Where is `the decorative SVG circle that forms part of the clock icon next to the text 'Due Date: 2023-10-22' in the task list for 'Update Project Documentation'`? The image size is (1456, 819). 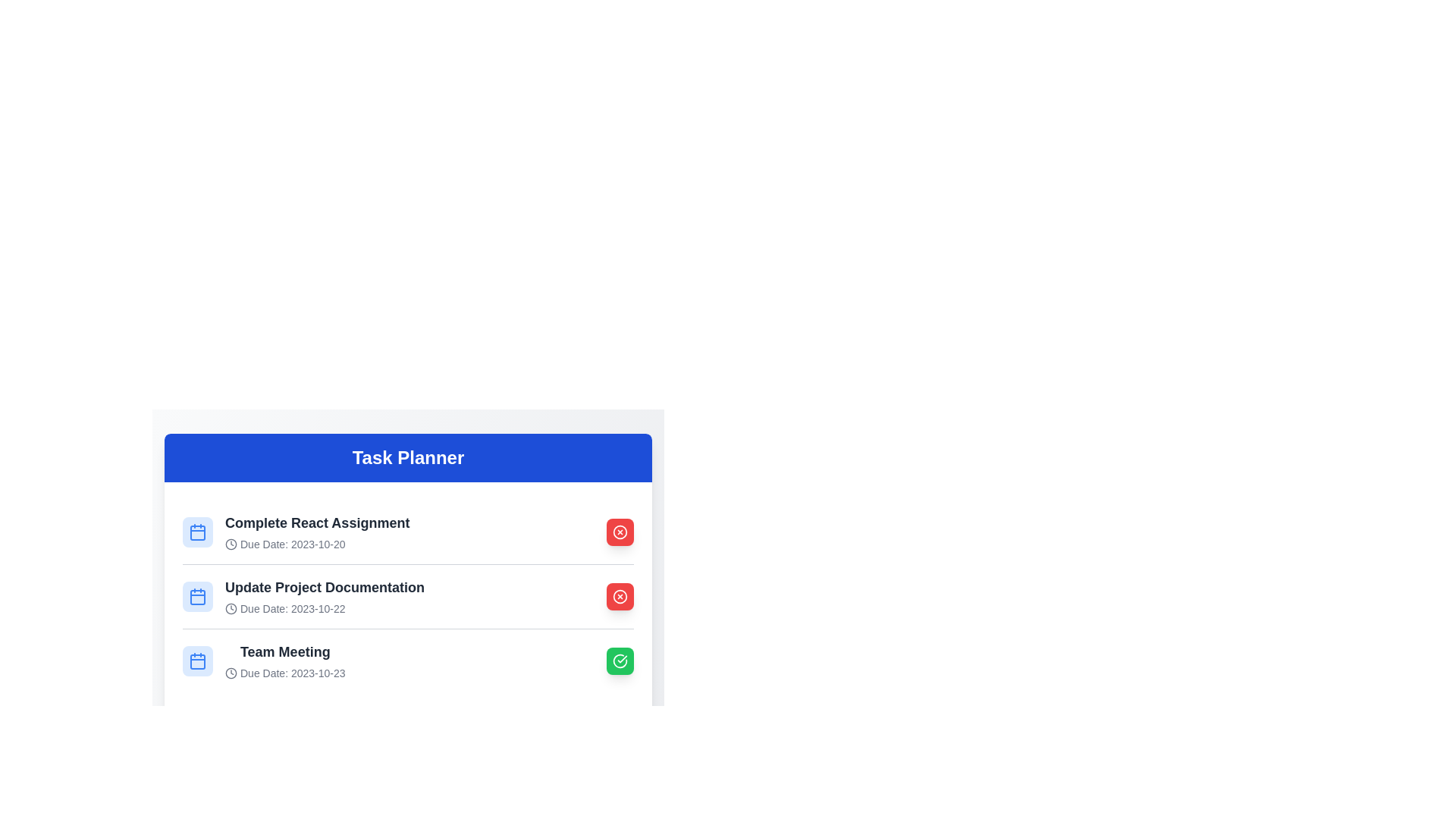 the decorative SVG circle that forms part of the clock icon next to the text 'Due Date: 2023-10-22' in the task list for 'Update Project Documentation' is located at coordinates (231, 607).